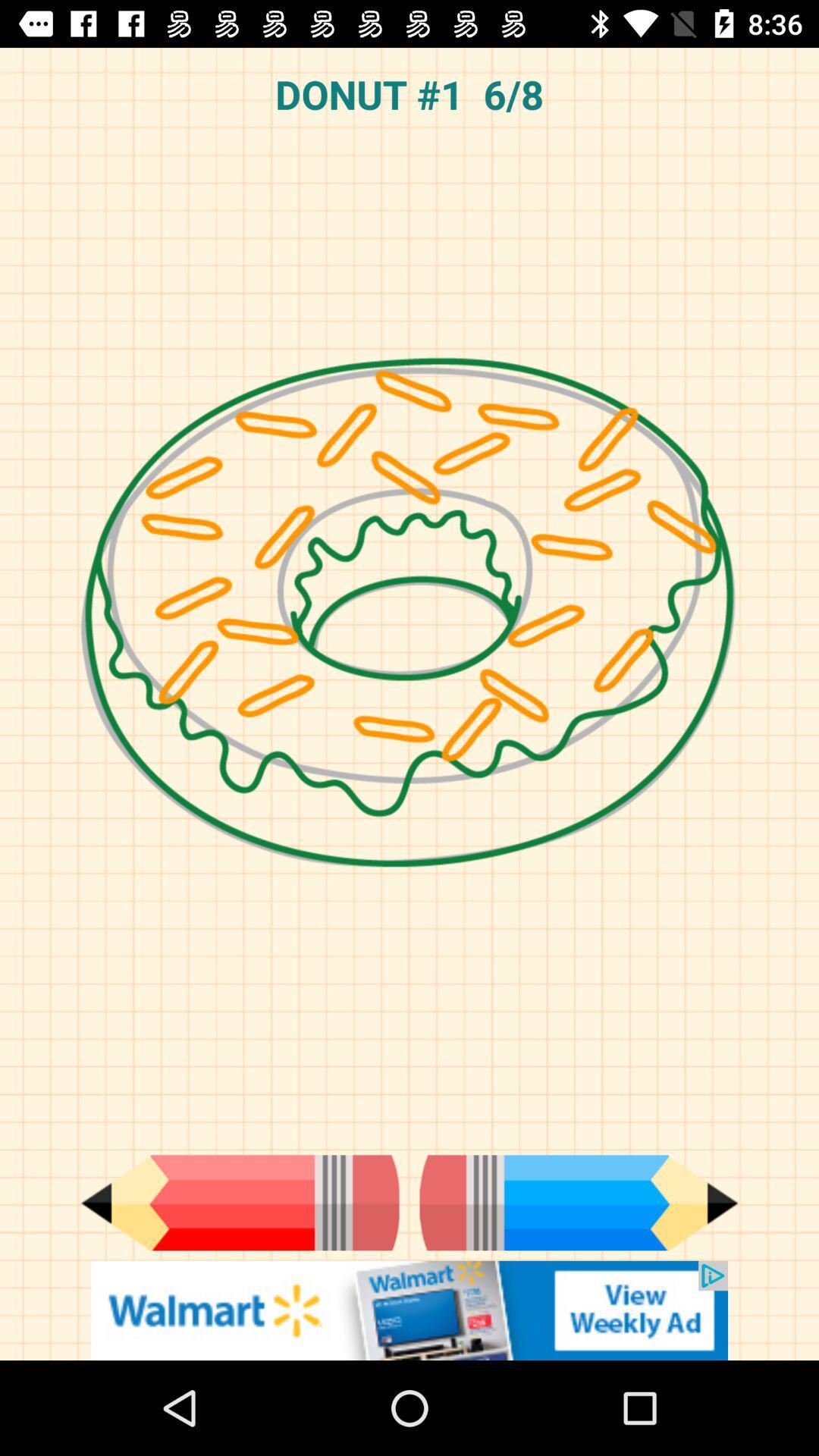 The height and width of the screenshot is (1456, 819). I want to click on come back, so click(239, 1202).